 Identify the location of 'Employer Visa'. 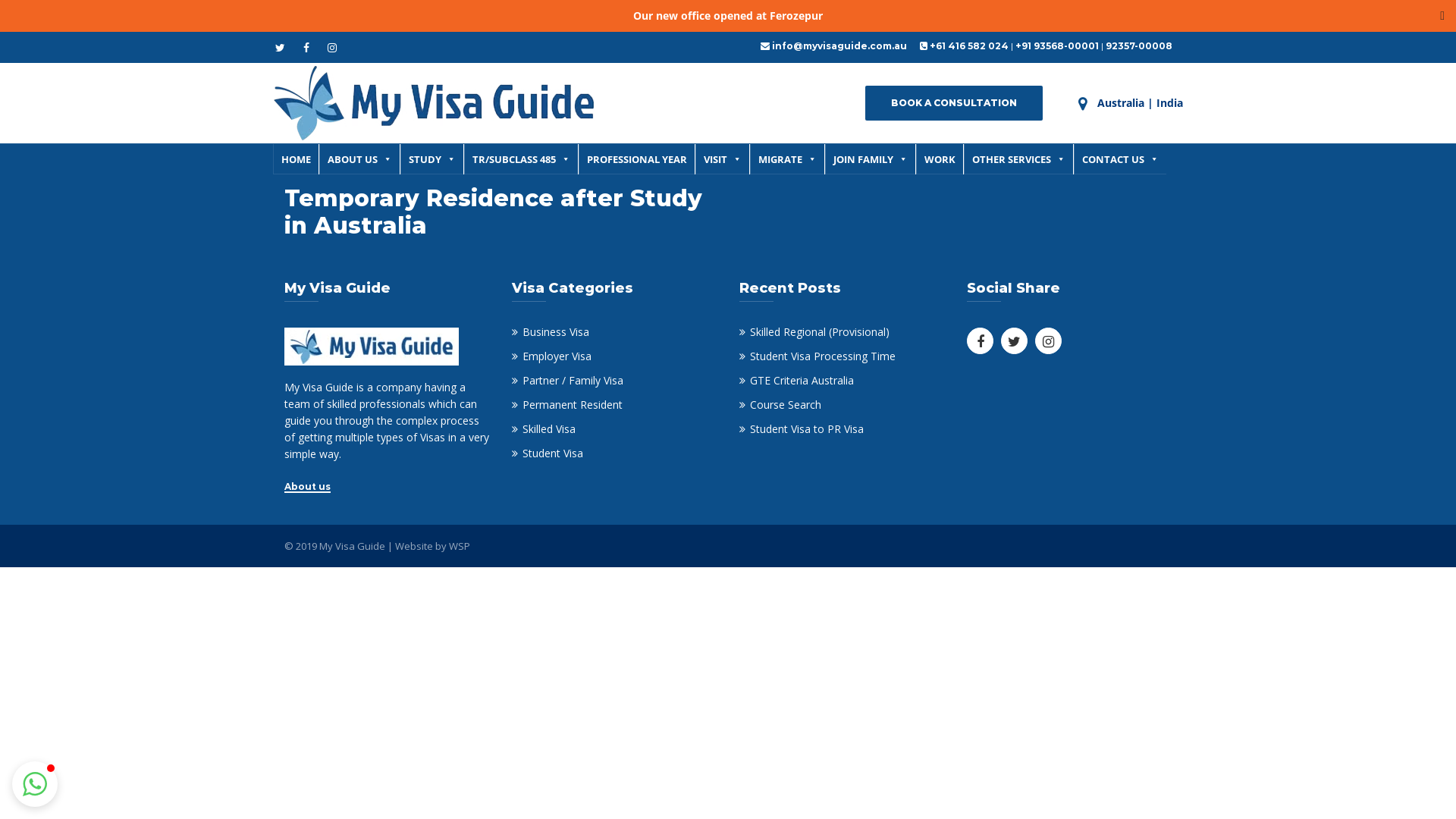
(551, 356).